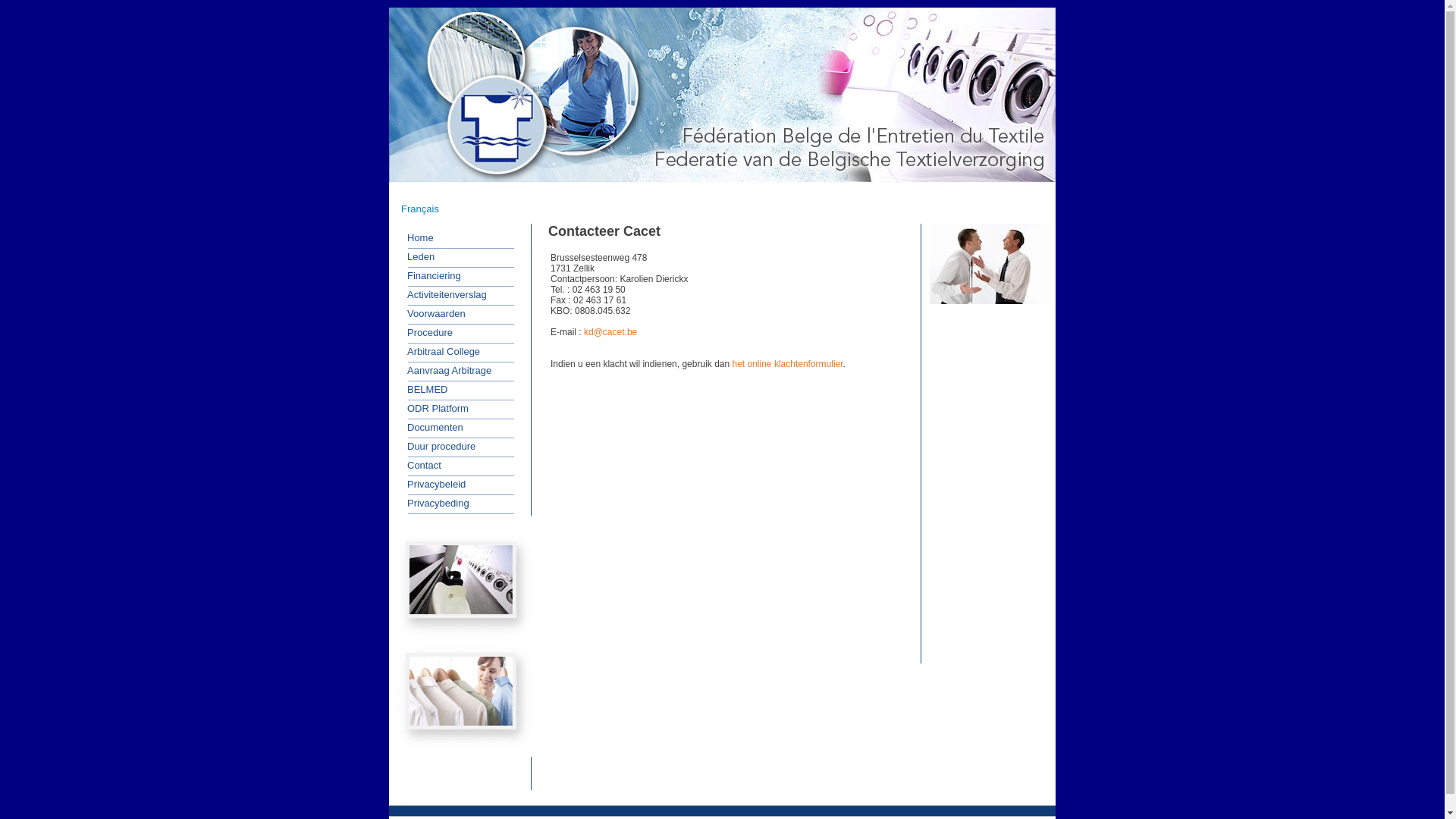 This screenshot has height=819, width=1456. I want to click on 'Privacybeding', so click(397, 503).